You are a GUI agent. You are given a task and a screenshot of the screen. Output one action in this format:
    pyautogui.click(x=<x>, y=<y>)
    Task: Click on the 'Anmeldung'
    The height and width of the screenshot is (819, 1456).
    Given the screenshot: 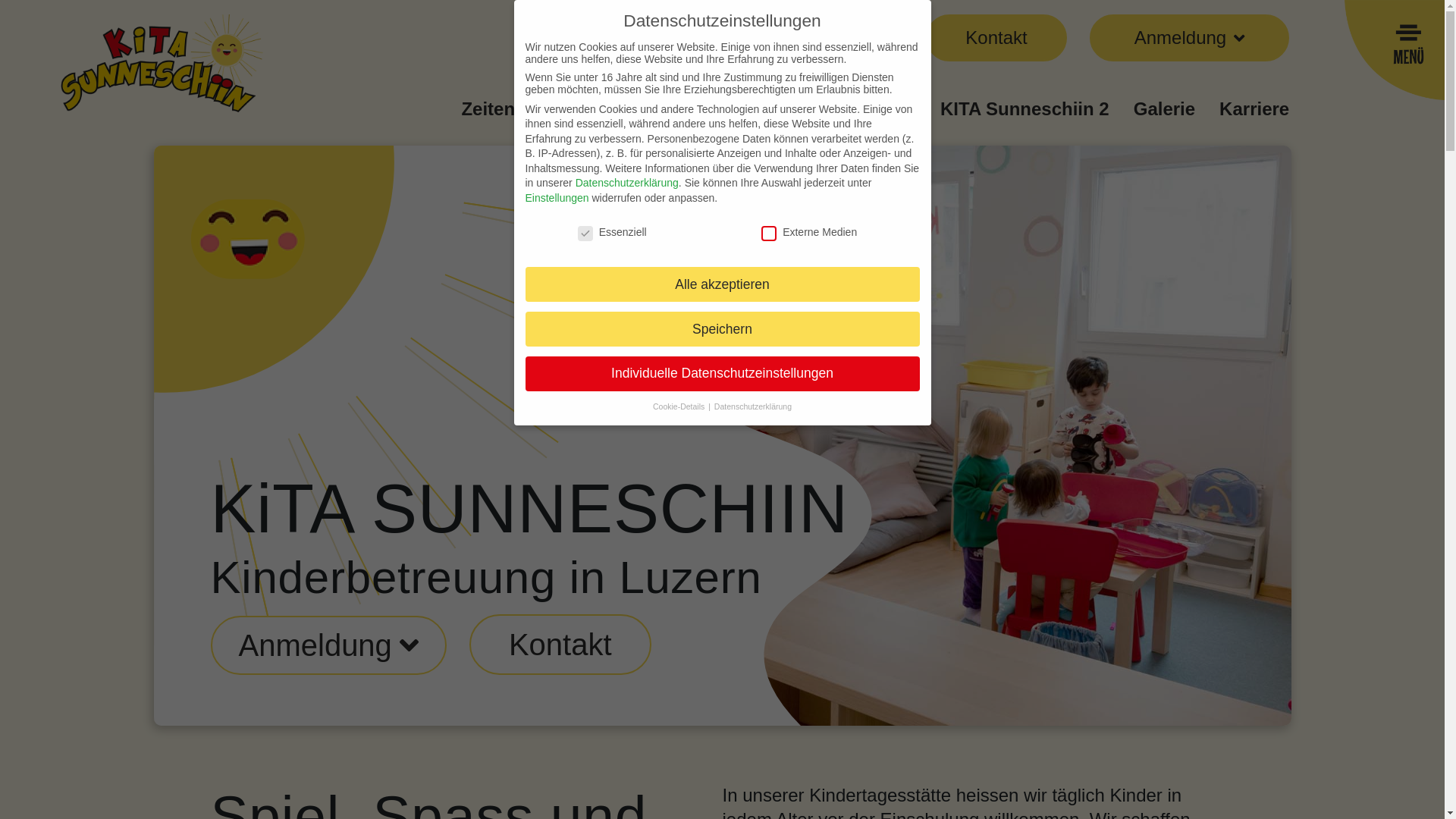 What is the action you would take?
    pyautogui.click(x=328, y=645)
    